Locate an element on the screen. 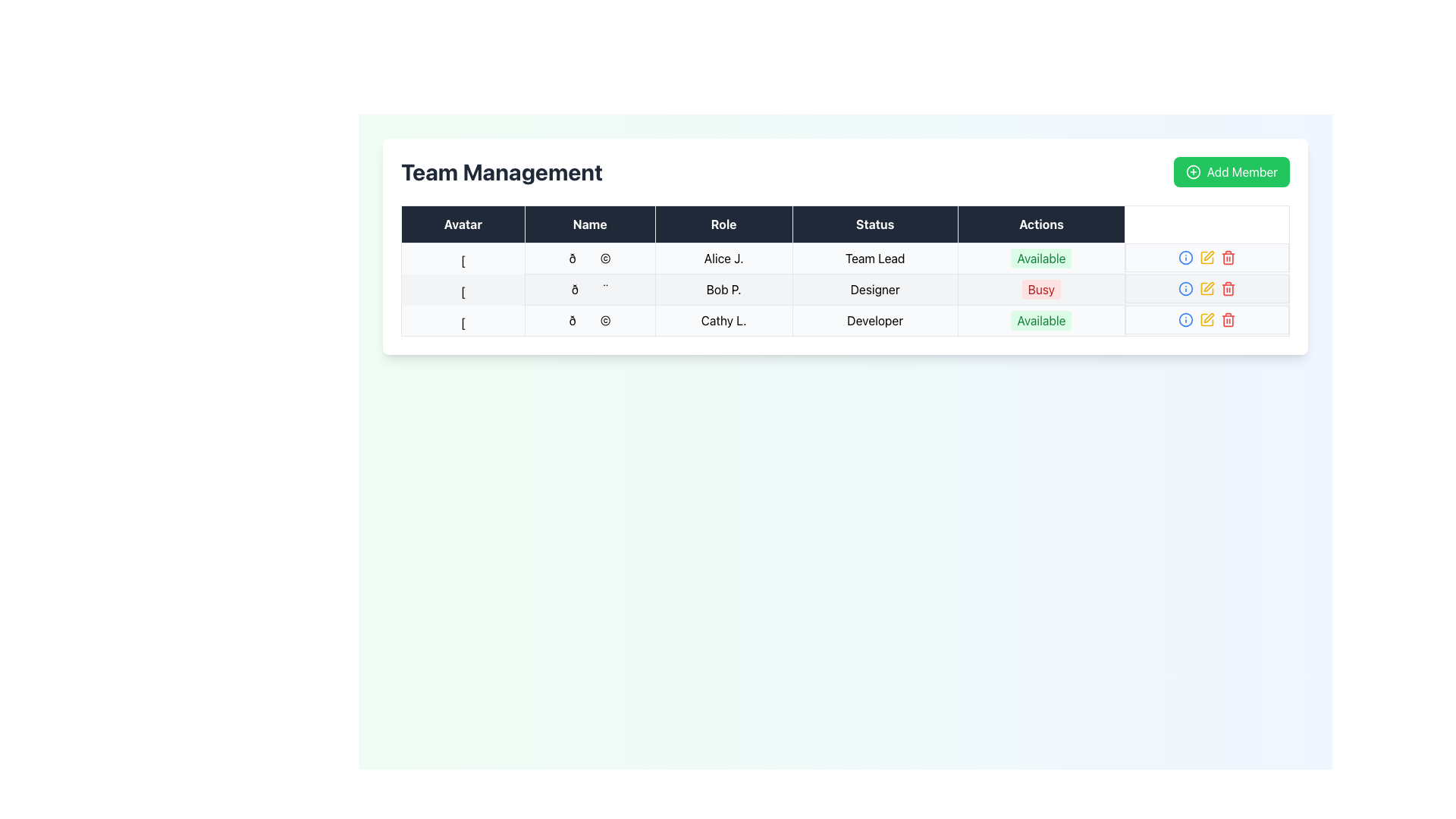 This screenshot has height=819, width=1456. the pen icon in the 'Actions' column of the second row for 'Bob P.' is located at coordinates (1208, 317).